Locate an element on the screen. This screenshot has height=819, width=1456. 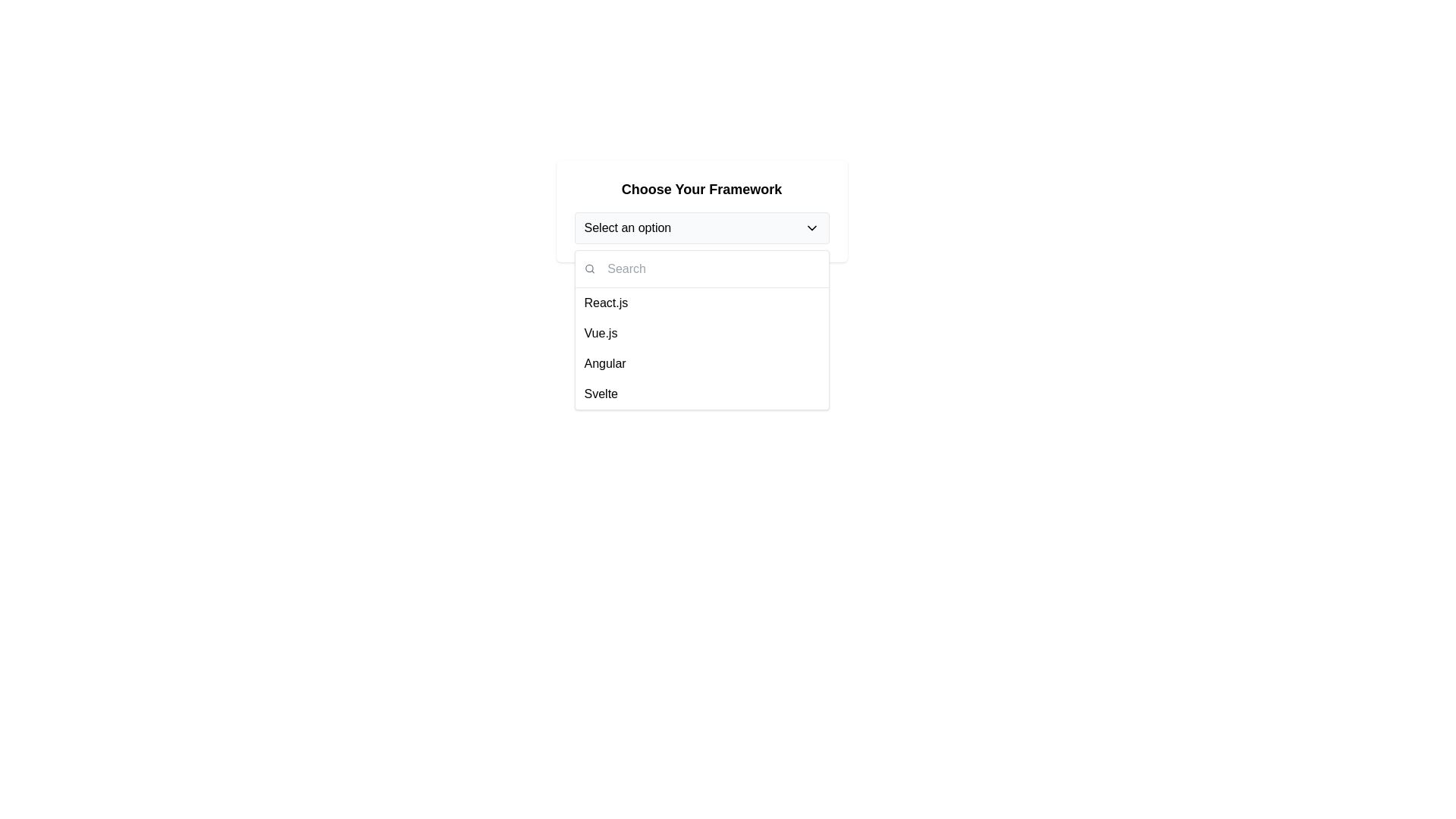
the text label 'Svelte' in the dropdown list is located at coordinates (600, 394).